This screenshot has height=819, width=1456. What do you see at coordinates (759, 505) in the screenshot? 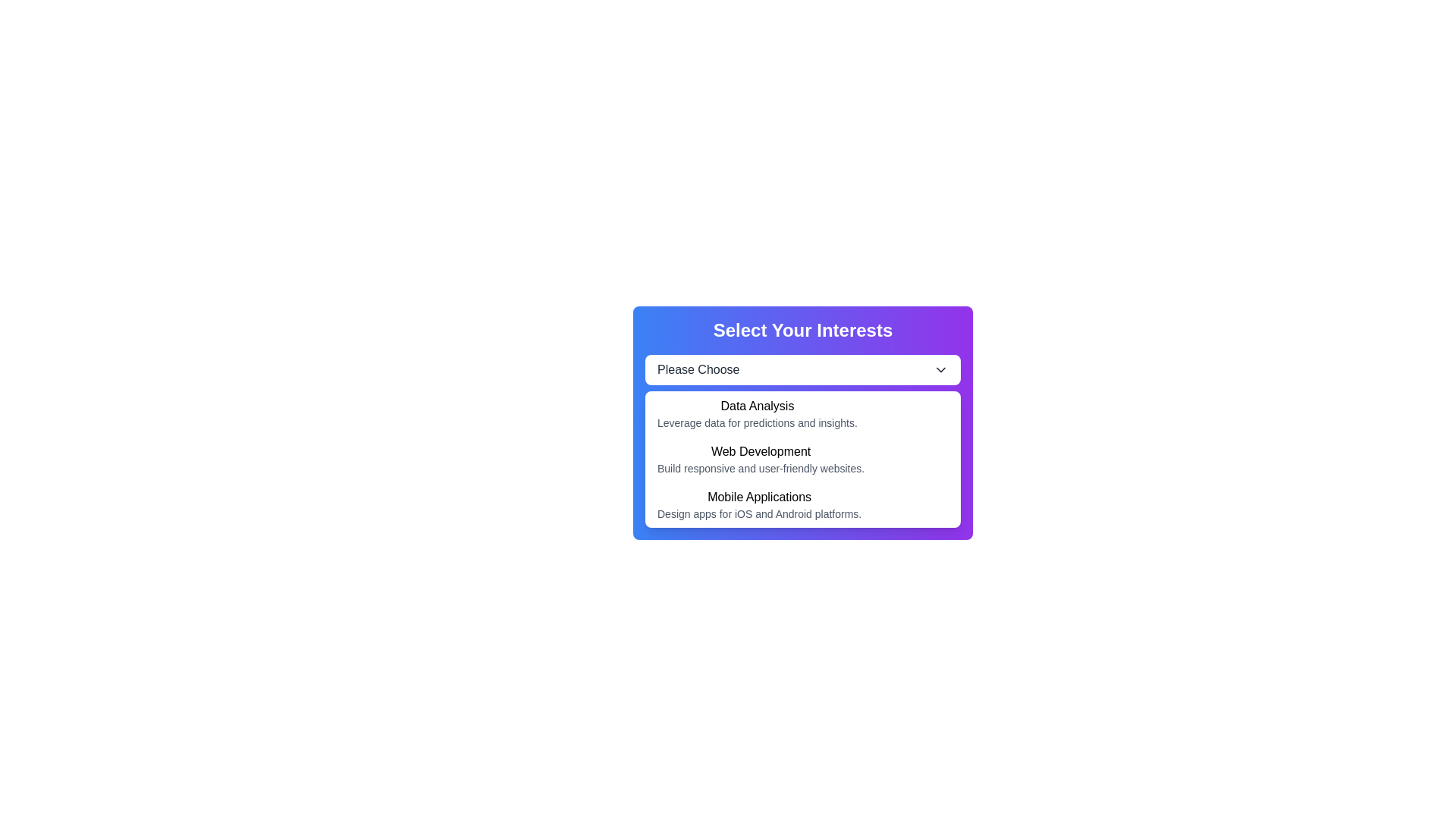
I see `the informational text block titled 'Mobile Applications' that describes the interest option for designing apps for iOS and Android platforms, located as the third item in the list below the 'Select Your Interests' dropdown` at bounding box center [759, 505].